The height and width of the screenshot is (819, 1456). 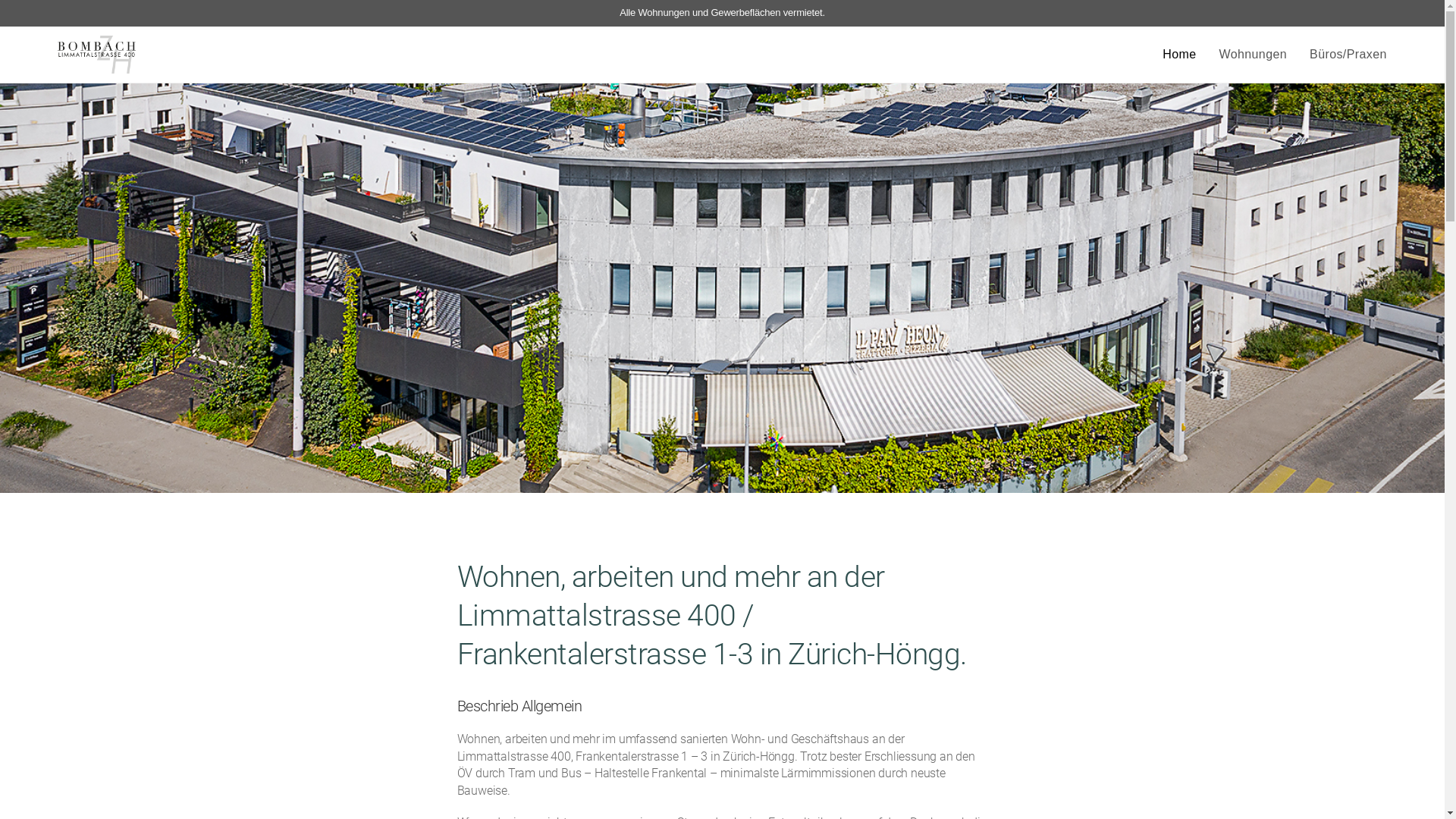 What do you see at coordinates (1252, 54) in the screenshot?
I see `'Wohnungen'` at bounding box center [1252, 54].